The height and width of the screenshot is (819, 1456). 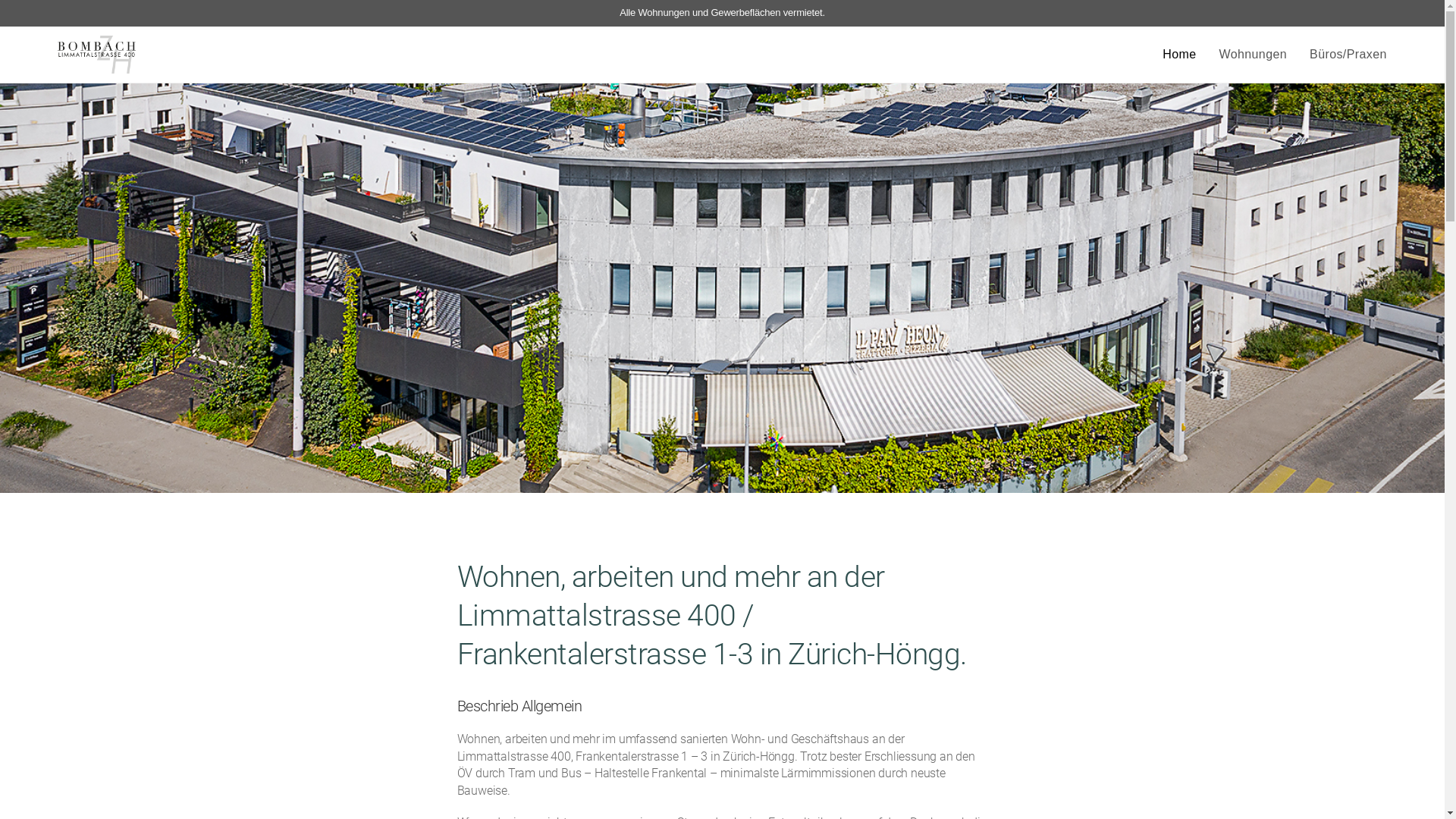 What do you see at coordinates (1252, 54) in the screenshot?
I see `'Wohnungen'` at bounding box center [1252, 54].